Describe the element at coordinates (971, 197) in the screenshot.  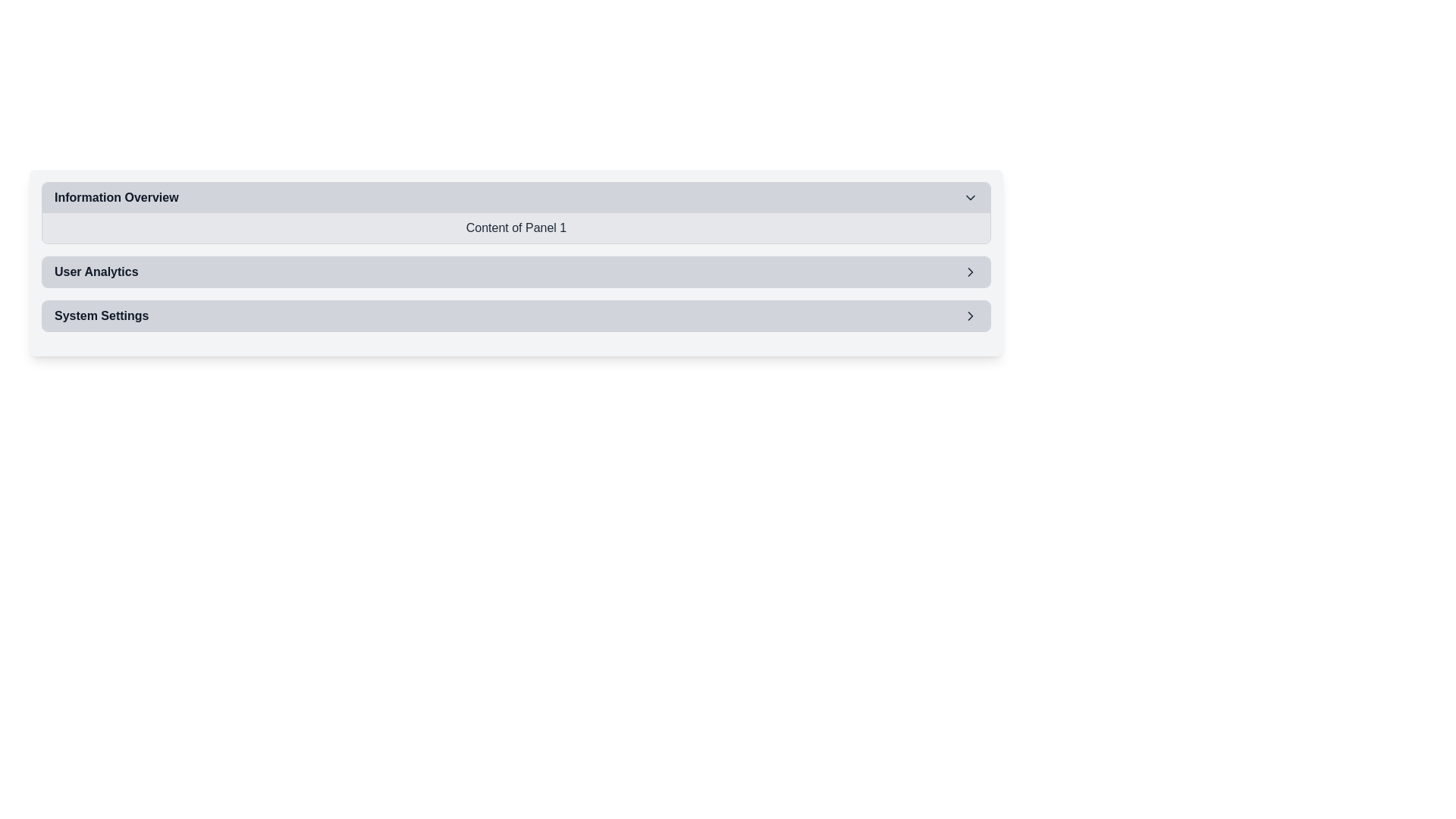
I see `the Chevron Down icon located at the right end of the 'Information Overview' header bar` at that location.